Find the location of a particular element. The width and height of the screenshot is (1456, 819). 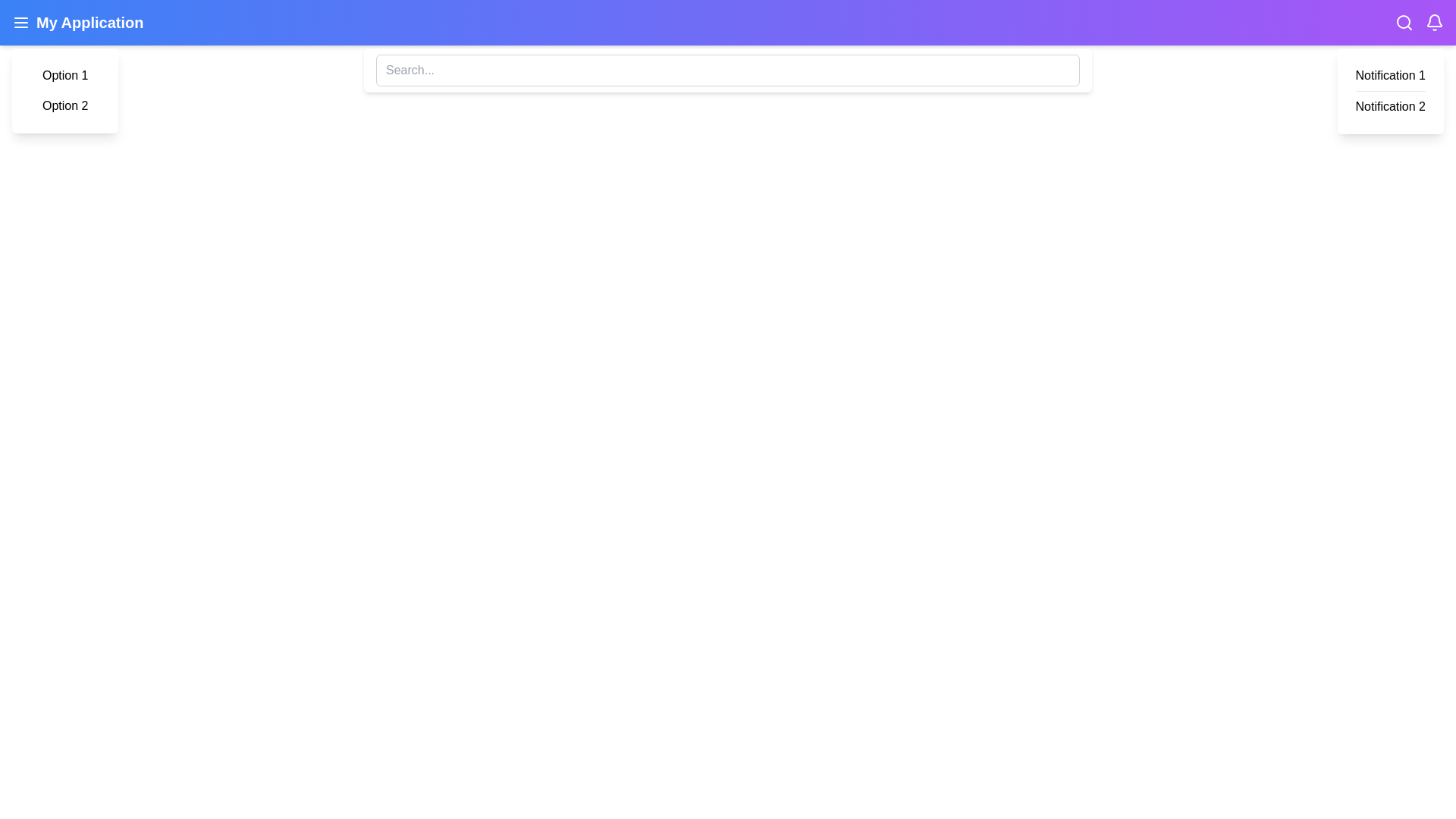

the static text label displaying 'My Application' in bold white font with a blue background, located in the top navigation bar adjacent to the menu icon is located at coordinates (77, 23).